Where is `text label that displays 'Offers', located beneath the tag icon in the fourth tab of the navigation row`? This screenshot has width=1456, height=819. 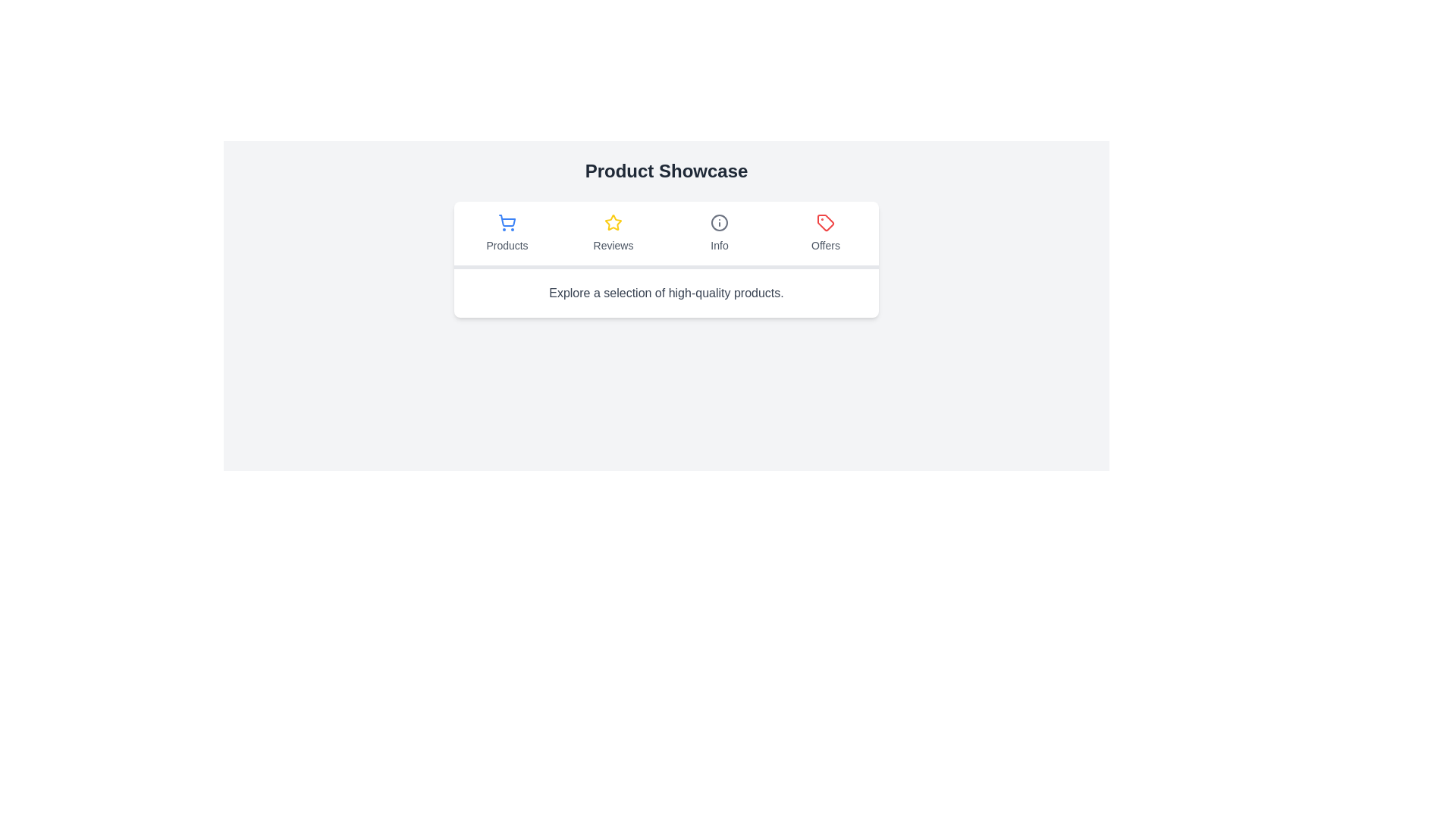
text label that displays 'Offers', located beneath the tag icon in the fourth tab of the navigation row is located at coordinates (825, 245).